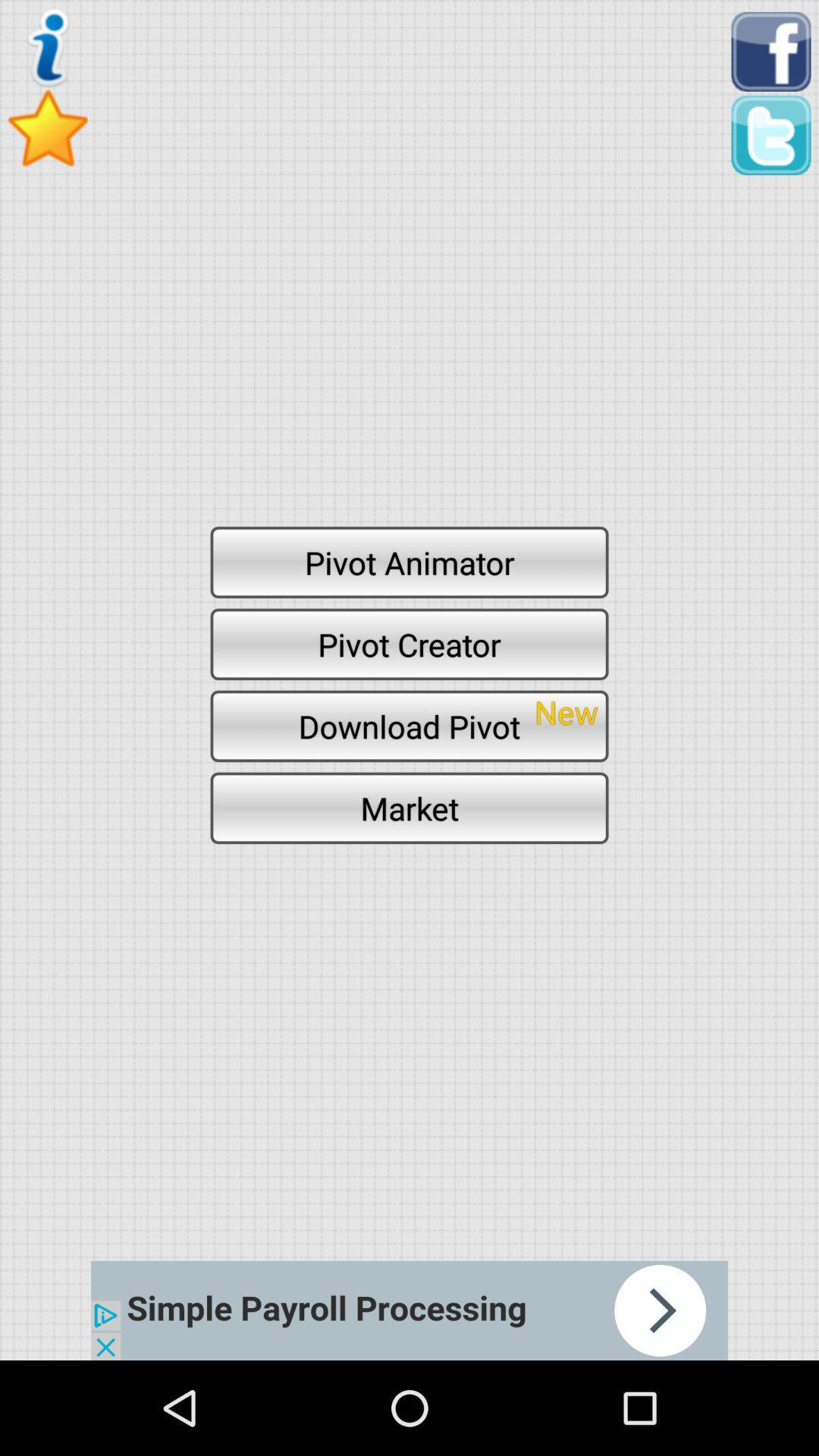 The width and height of the screenshot is (819, 1456). I want to click on the icon below the pivot creator, so click(409, 725).